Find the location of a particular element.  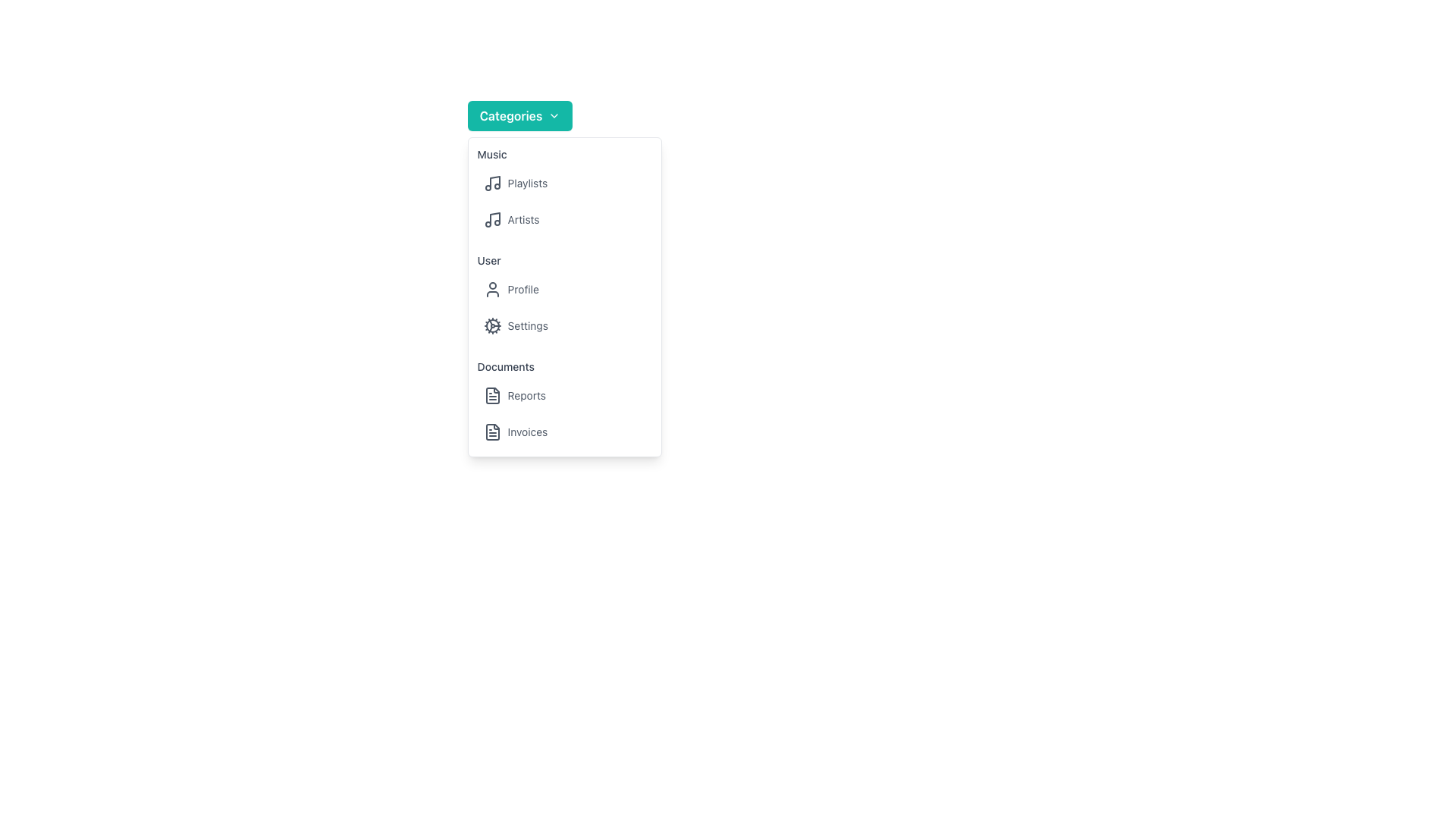

the document icon, which resembles a text file with lines inside it, located to the left of the 'Invoices' text in the 'Documents' menu group at the bottom of the menu panel is located at coordinates (492, 432).